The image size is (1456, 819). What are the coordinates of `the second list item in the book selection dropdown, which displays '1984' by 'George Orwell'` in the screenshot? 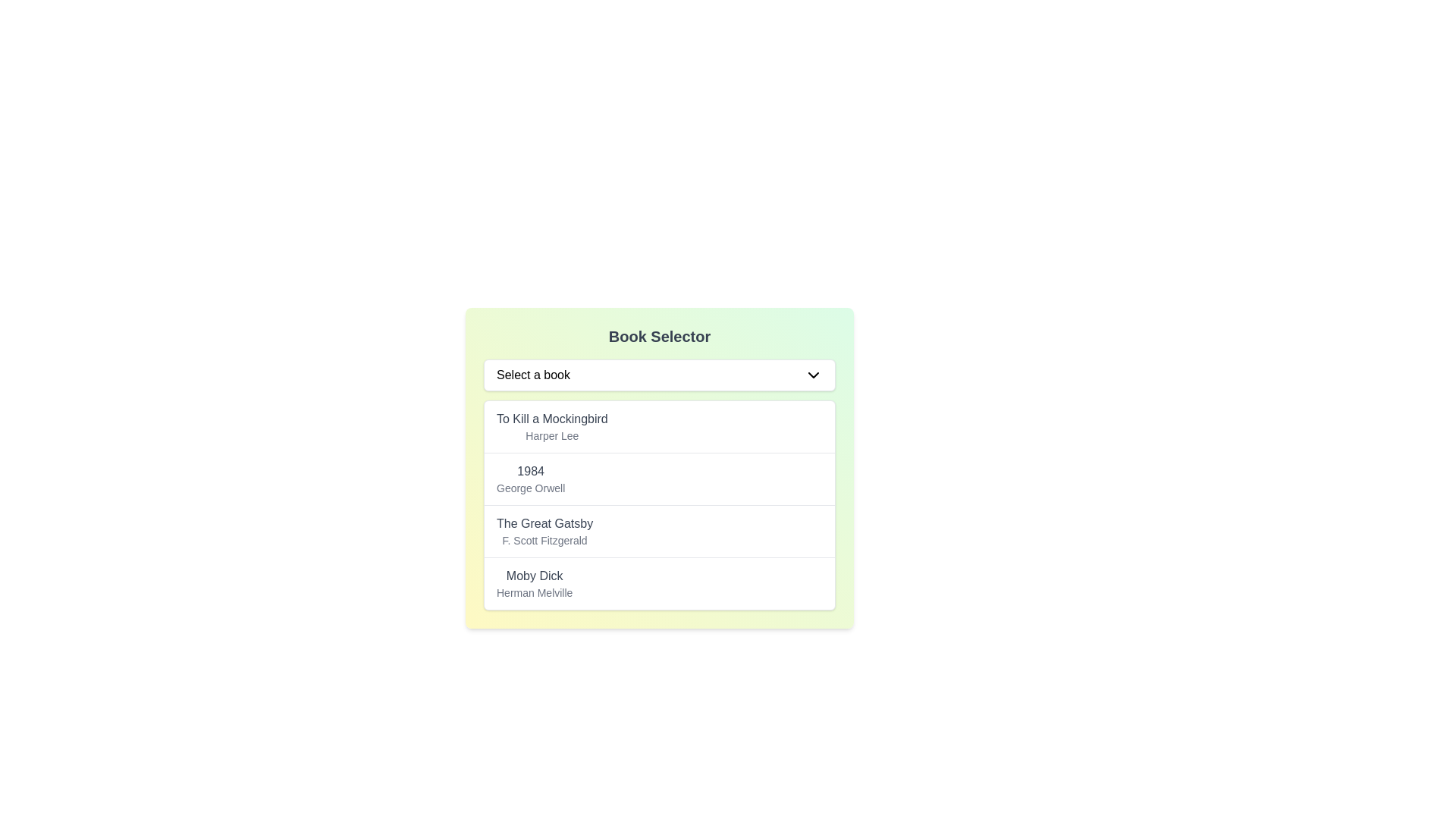 It's located at (659, 467).